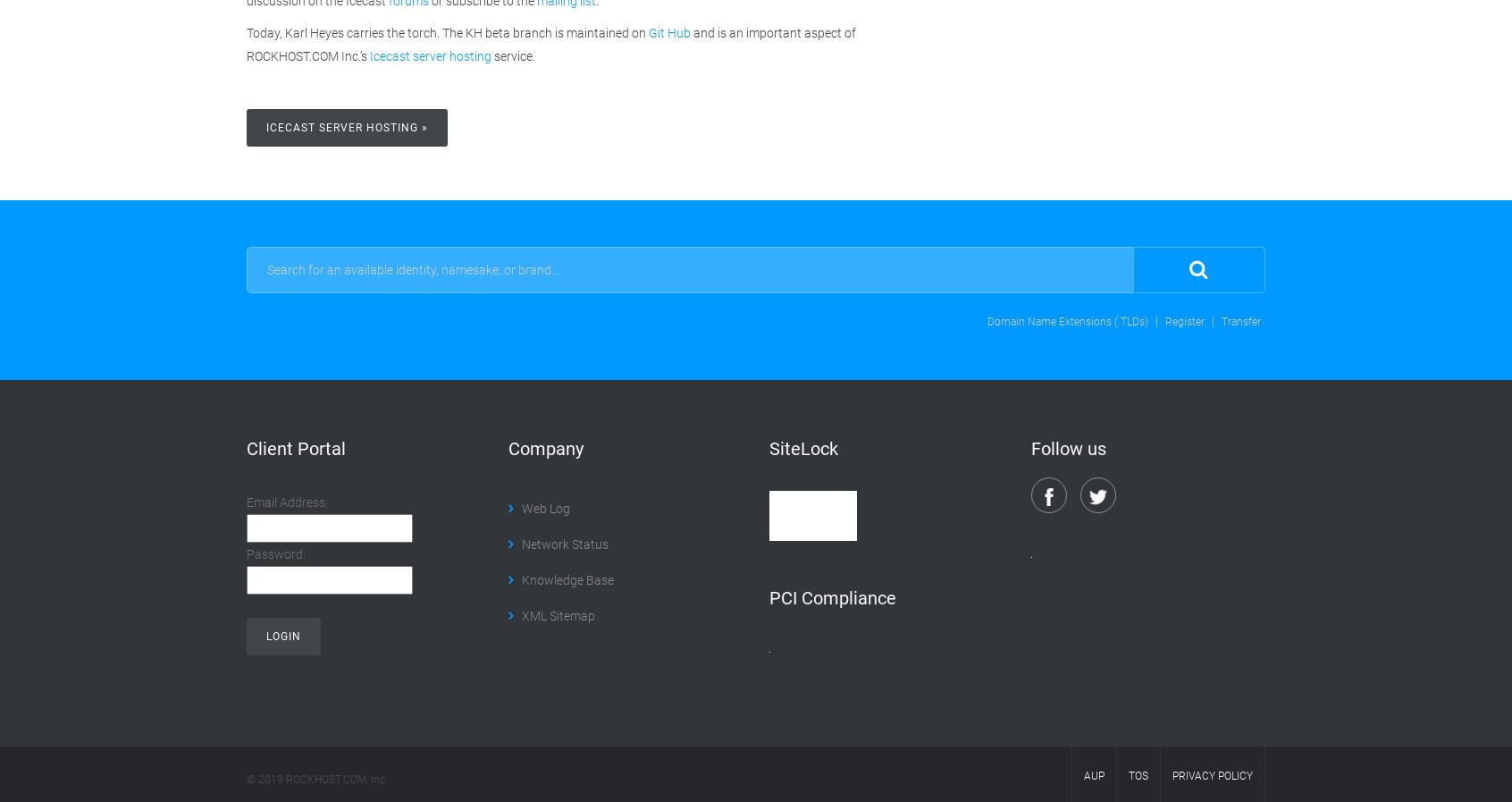 This screenshot has width=1512, height=802. I want to click on 'service.', so click(512, 54).